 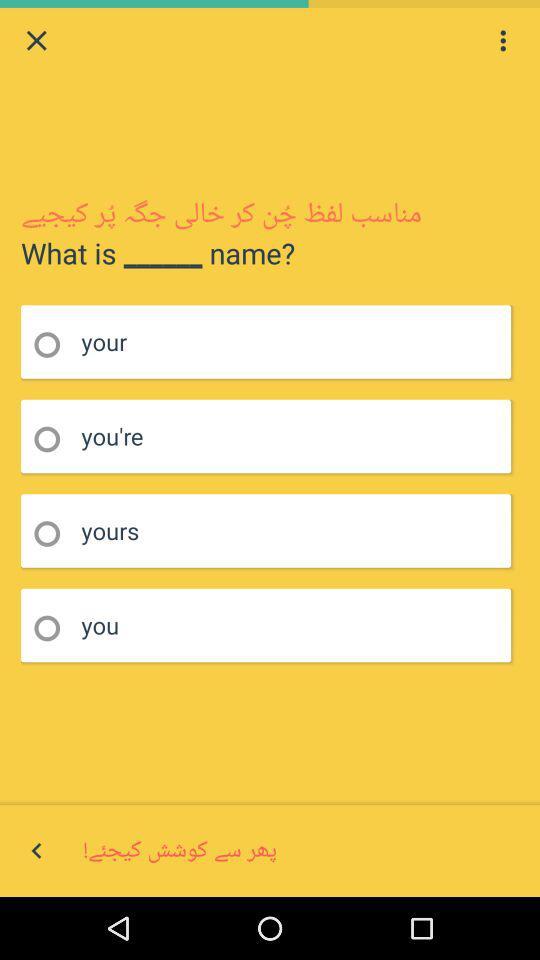 I want to click on click the option, so click(x=53, y=627).